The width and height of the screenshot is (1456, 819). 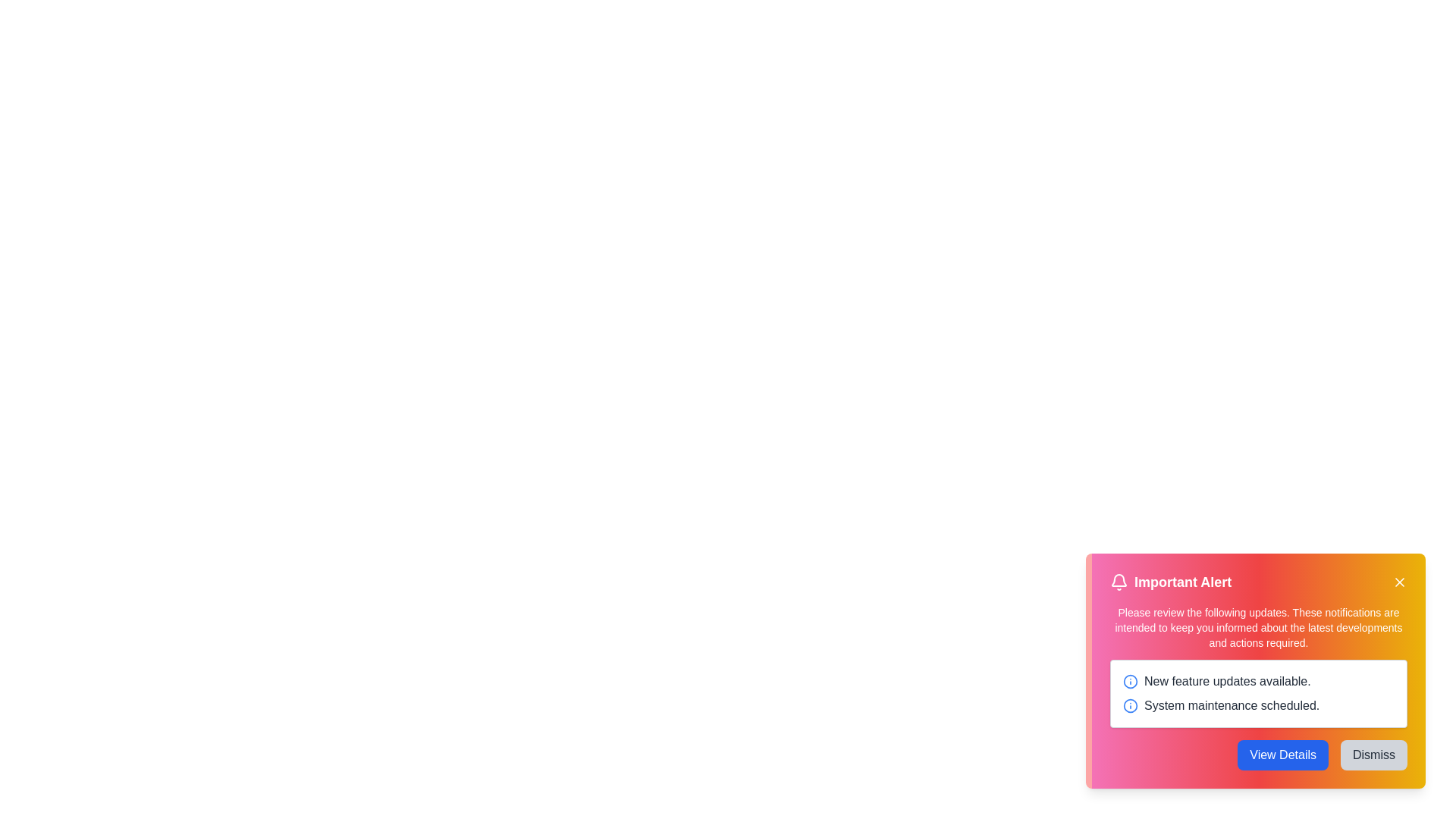 I want to click on the 'View Details' button to view the details of the alert, so click(x=1282, y=755).